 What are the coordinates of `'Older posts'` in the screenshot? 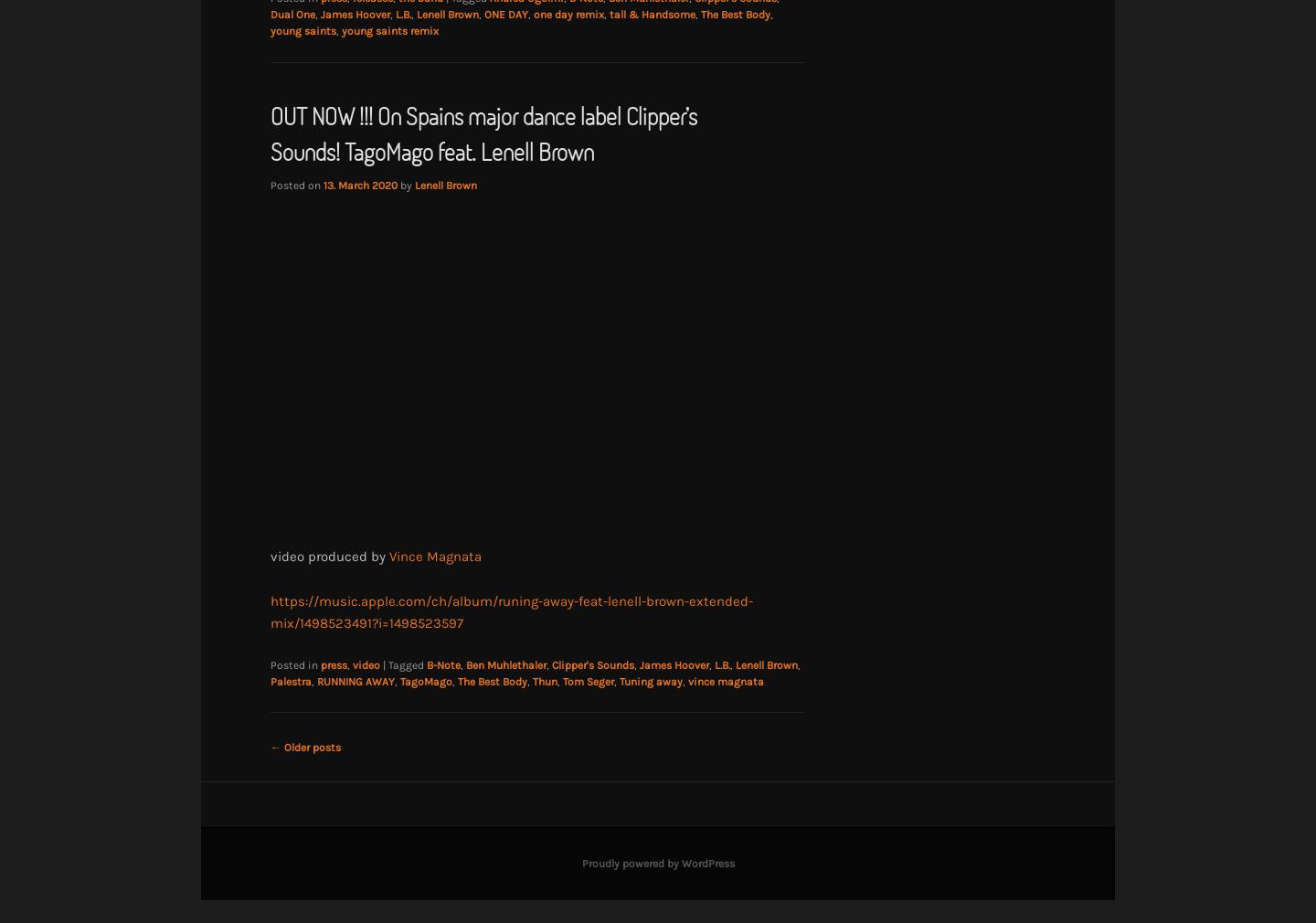 It's located at (311, 746).